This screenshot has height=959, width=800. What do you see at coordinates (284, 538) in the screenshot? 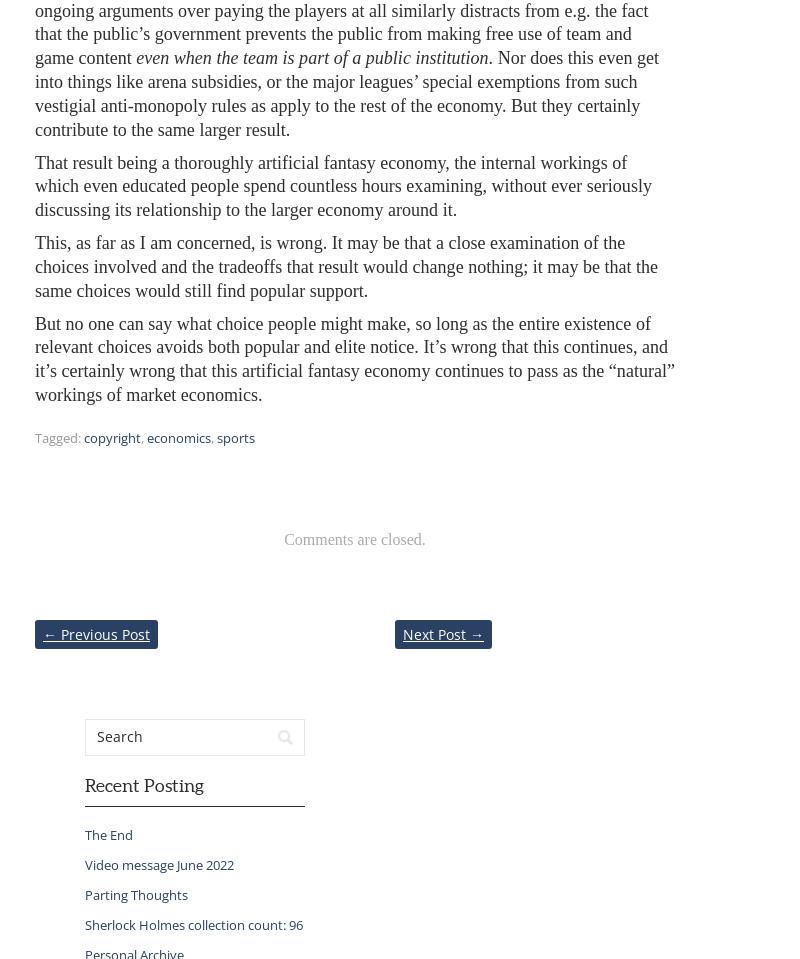
I see `'Comments are closed.'` at bounding box center [284, 538].